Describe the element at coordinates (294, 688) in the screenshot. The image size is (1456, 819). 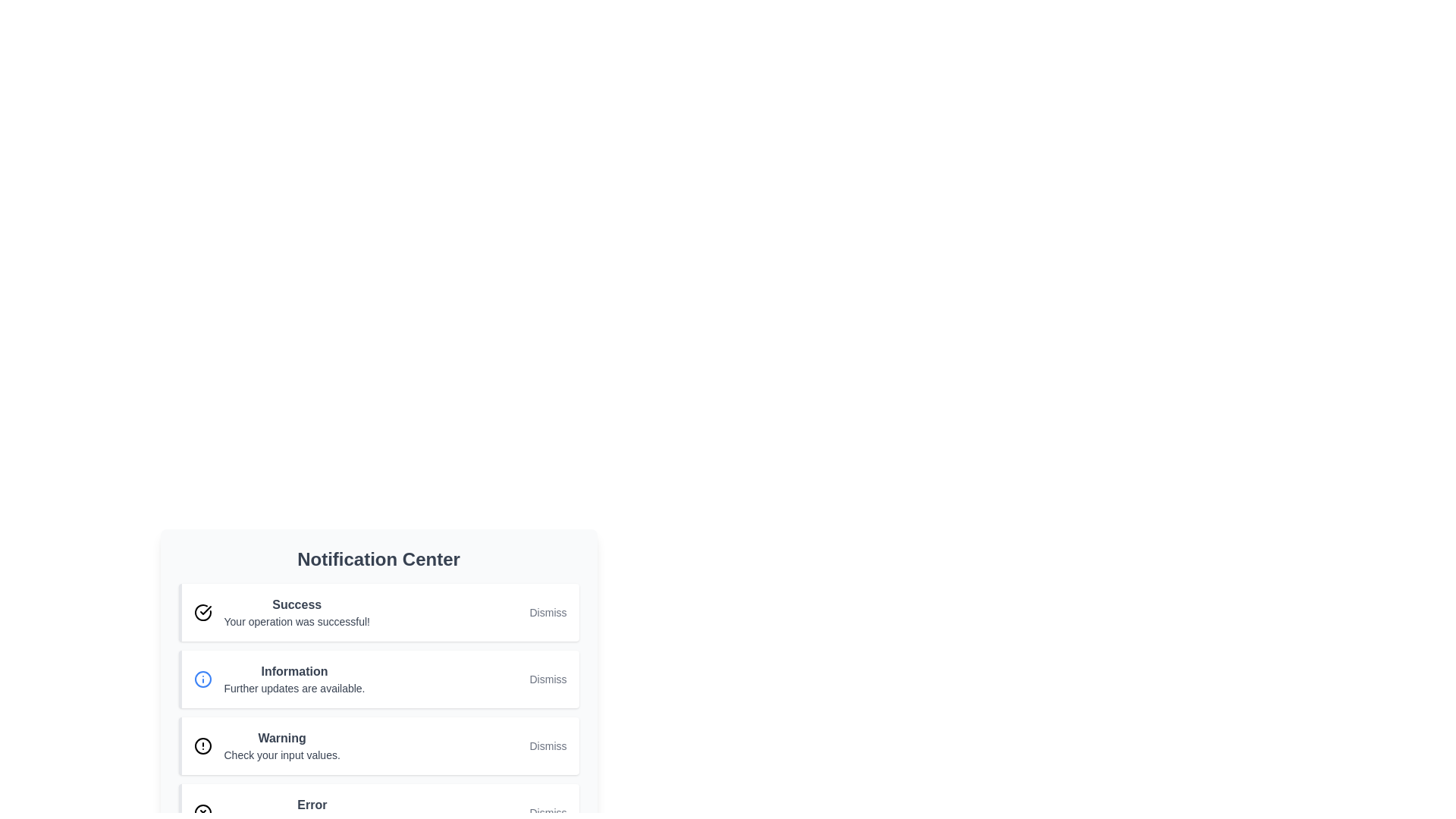
I see `the static text element displaying the message 'Further updates are available.' located within the 'Information' notification box` at that location.